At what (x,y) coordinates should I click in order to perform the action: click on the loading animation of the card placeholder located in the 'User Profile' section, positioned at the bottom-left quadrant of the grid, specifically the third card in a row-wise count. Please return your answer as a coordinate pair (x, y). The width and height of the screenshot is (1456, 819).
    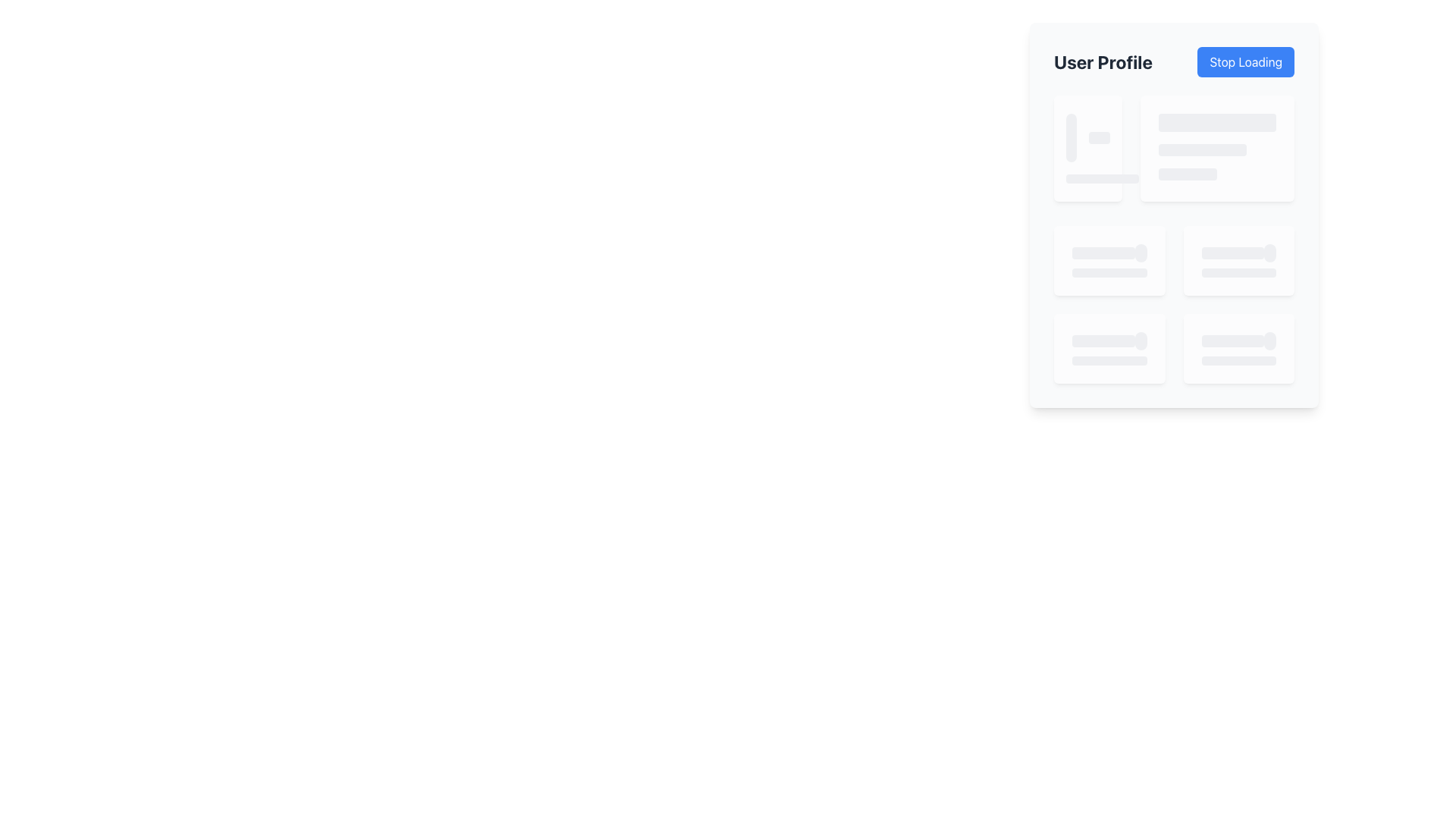
    Looking at the image, I should click on (1109, 348).